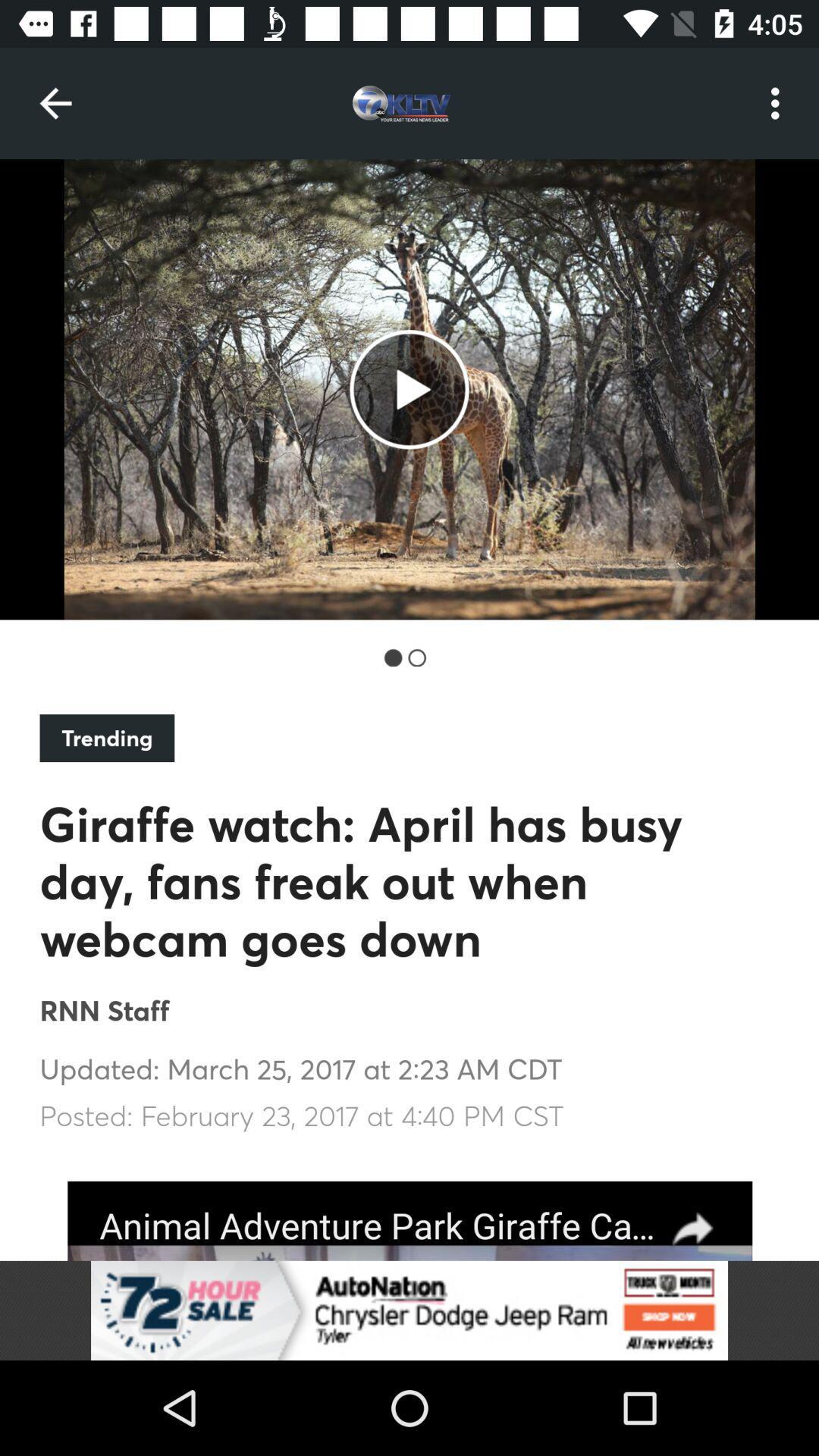 The width and height of the screenshot is (819, 1456). What do you see at coordinates (409, 1221) in the screenshot?
I see `forward button` at bounding box center [409, 1221].